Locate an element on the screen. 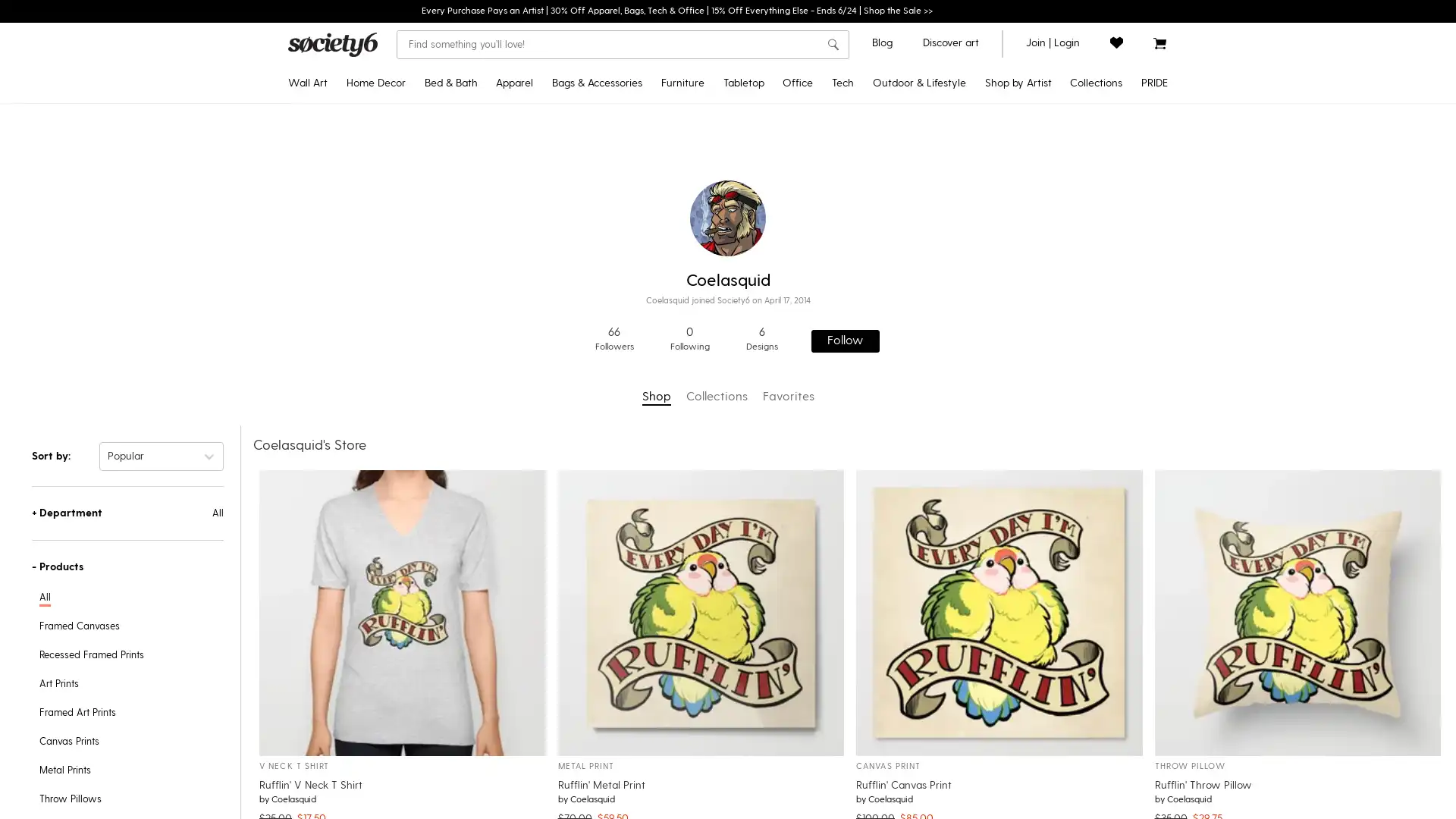  Recessed Framed Prints is located at coordinates (356, 170).